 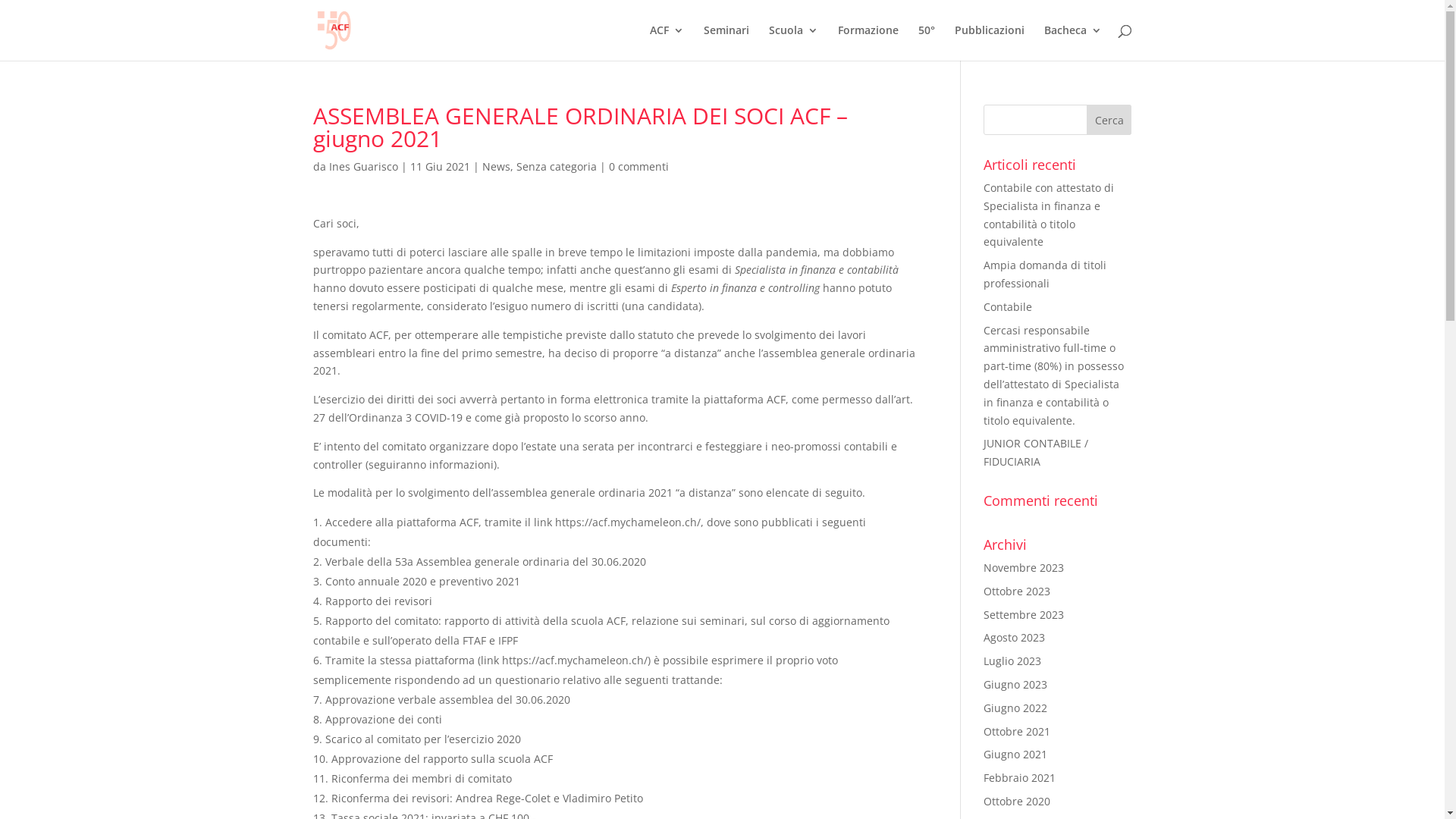 What do you see at coordinates (666, 42) in the screenshot?
I see `'ACF'` at bounding box center [666, 42].